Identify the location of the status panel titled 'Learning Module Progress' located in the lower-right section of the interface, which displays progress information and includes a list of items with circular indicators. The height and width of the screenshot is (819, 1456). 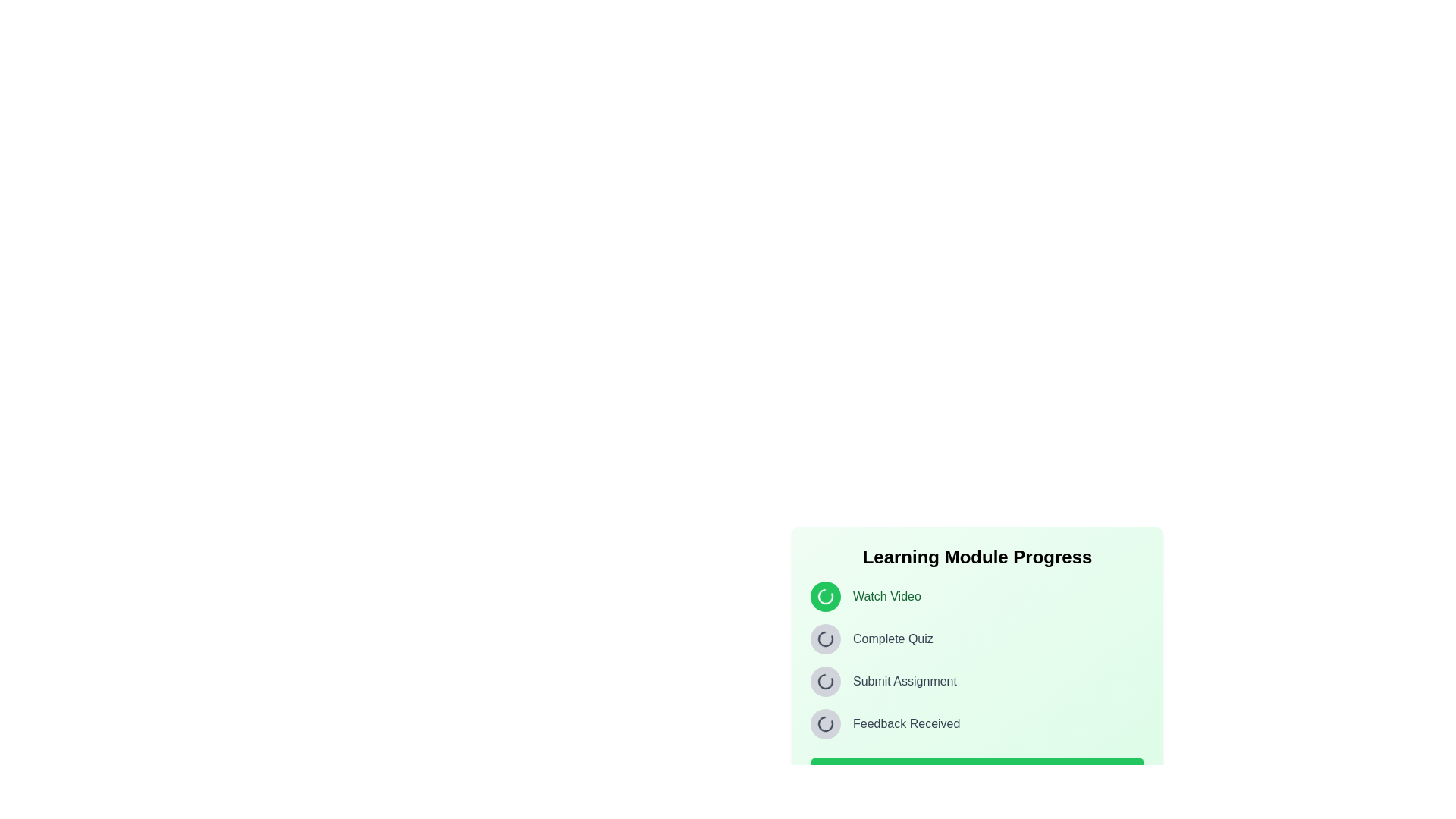
(977, 637).